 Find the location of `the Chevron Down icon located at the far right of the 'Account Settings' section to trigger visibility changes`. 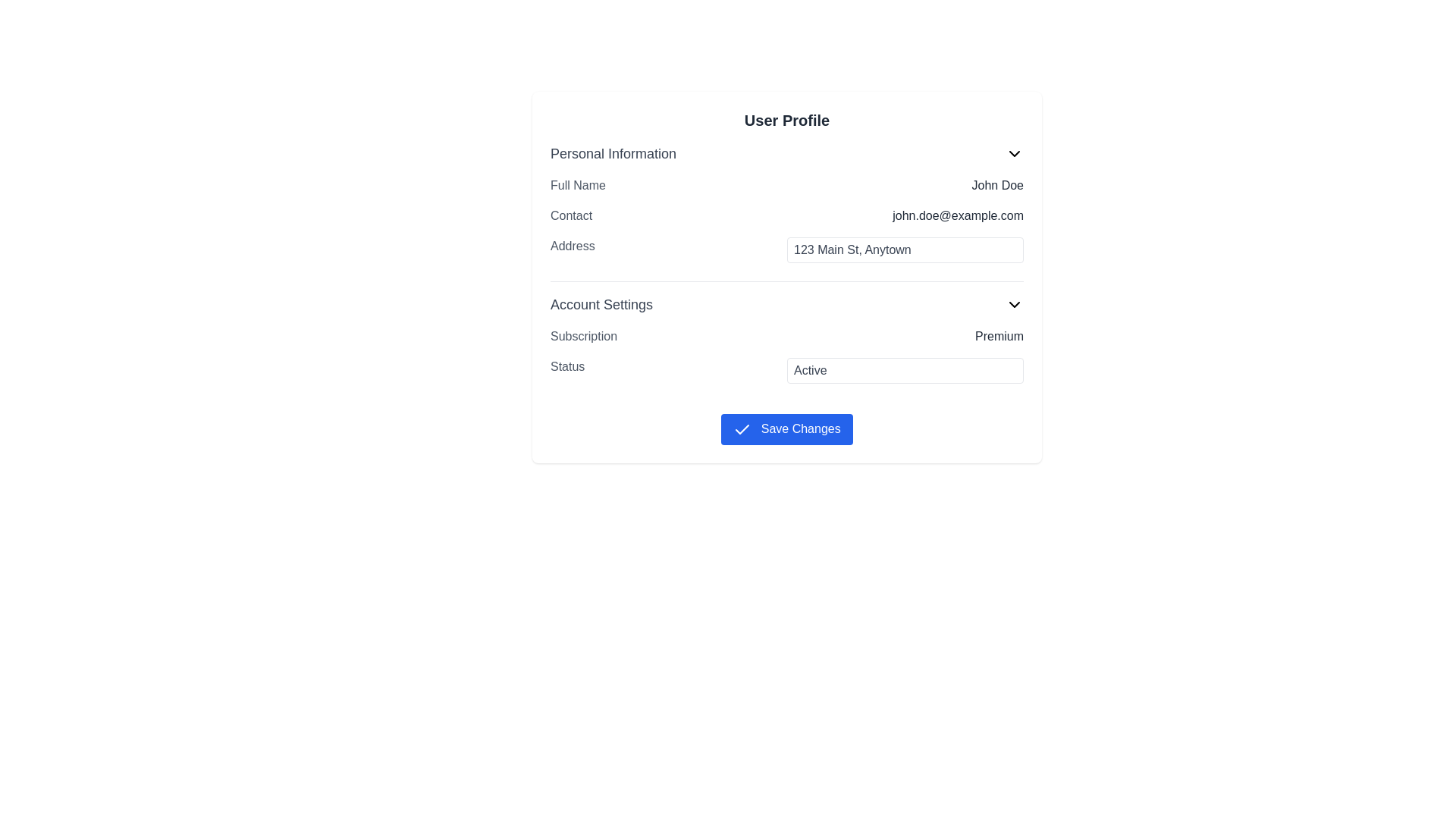

the Chevron Down icon located at the far right of the 'Account Settings' section to trigger visibility changes is located at coordinates (1015, 304).